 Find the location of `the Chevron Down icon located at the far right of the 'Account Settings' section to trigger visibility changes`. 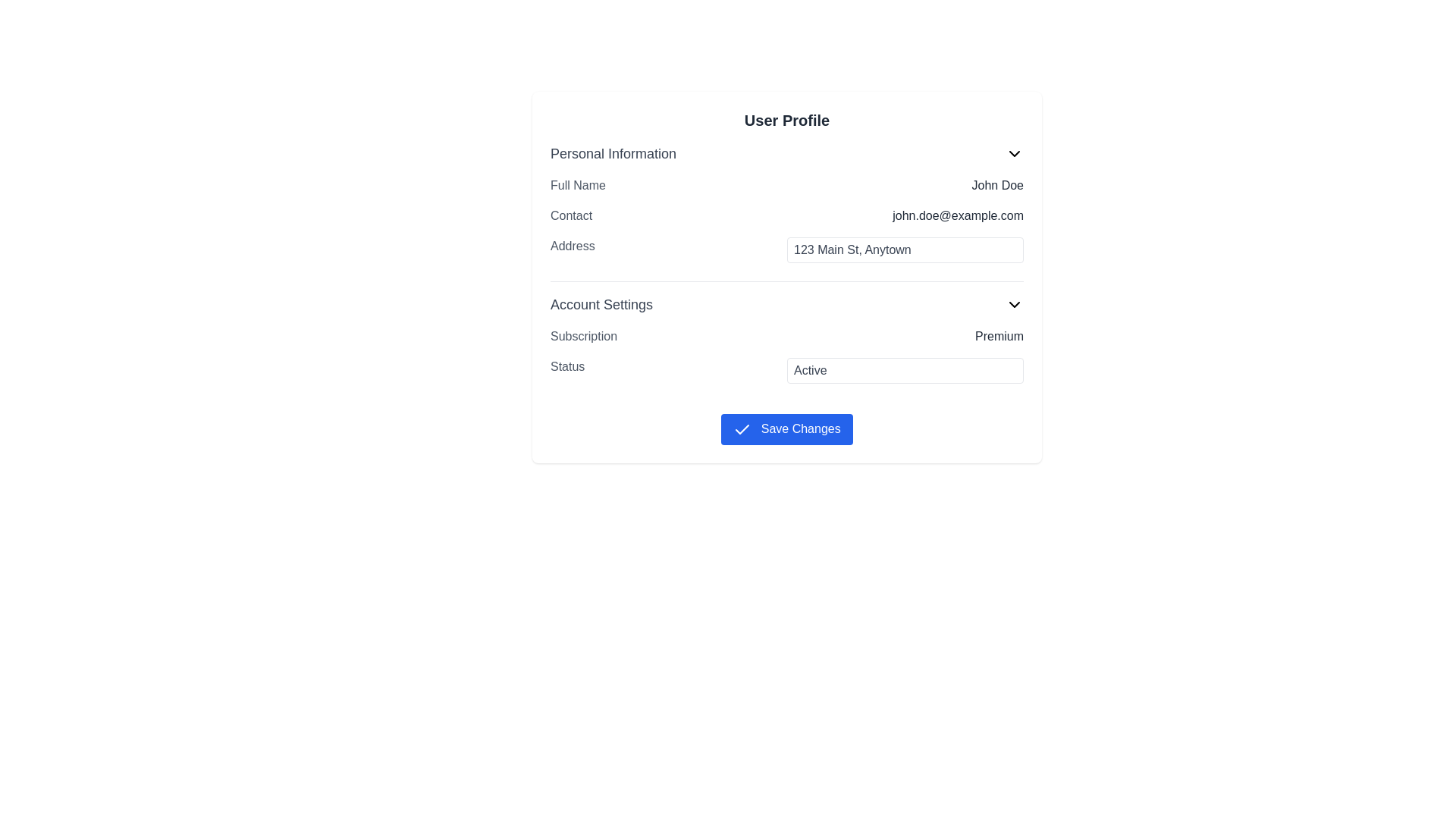

the Chevron Down icon located at the far right of the 'Account Settings' section to trigger visibility changes is located at coordinates (1015, 304).